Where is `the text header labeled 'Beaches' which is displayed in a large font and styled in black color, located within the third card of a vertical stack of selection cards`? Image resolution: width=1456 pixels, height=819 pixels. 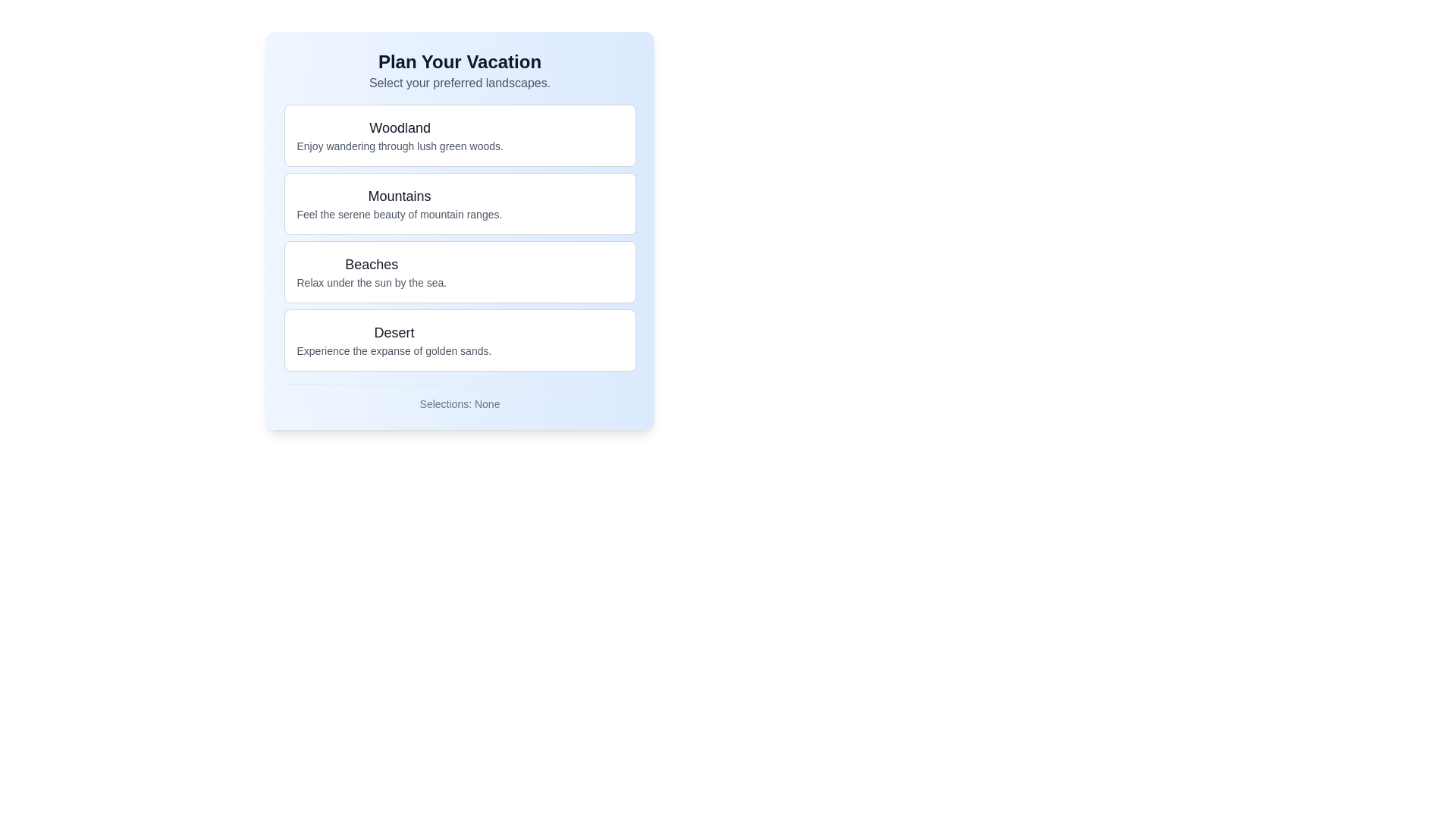
the text header labeled 'Beaches' which is displayed in a large font and styled in black color, located within the third card of a vertical stack of selection cards is located at coordinates (372, 263).